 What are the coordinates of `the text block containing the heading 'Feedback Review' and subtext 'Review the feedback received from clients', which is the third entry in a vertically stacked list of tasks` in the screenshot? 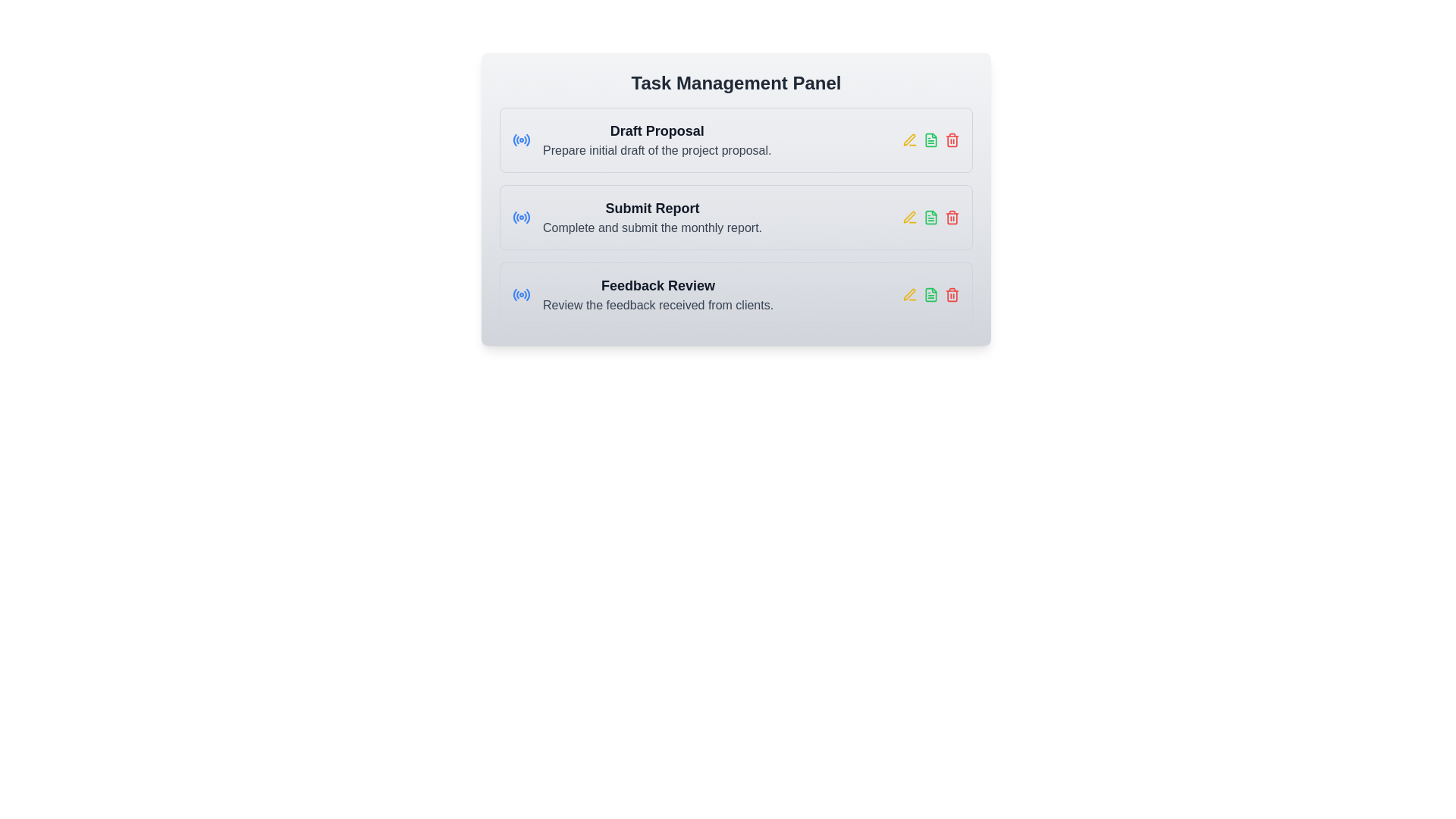 It's located at (643, 295).